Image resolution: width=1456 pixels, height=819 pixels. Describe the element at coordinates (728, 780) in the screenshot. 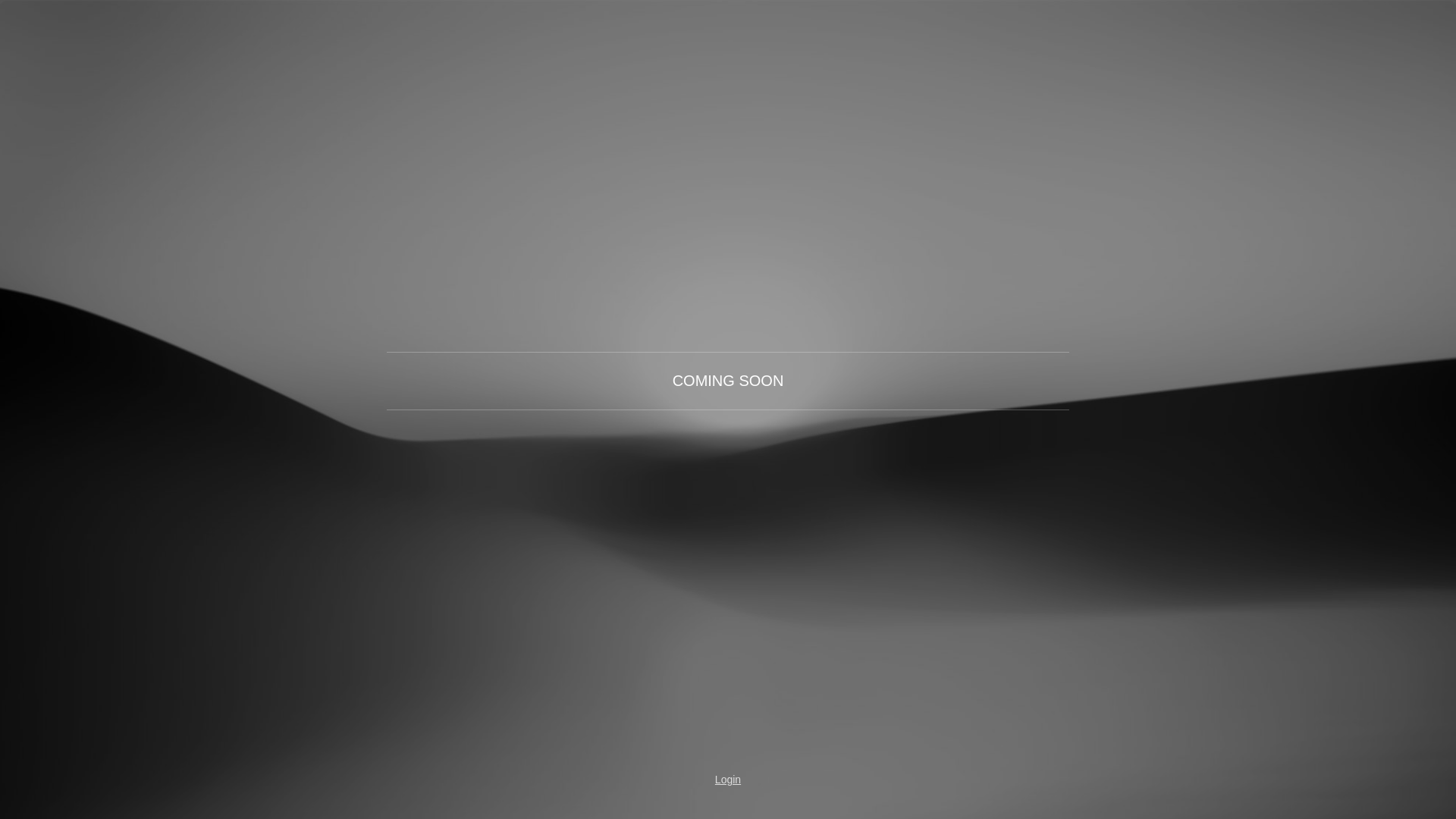

I see `'Login'` at that location.